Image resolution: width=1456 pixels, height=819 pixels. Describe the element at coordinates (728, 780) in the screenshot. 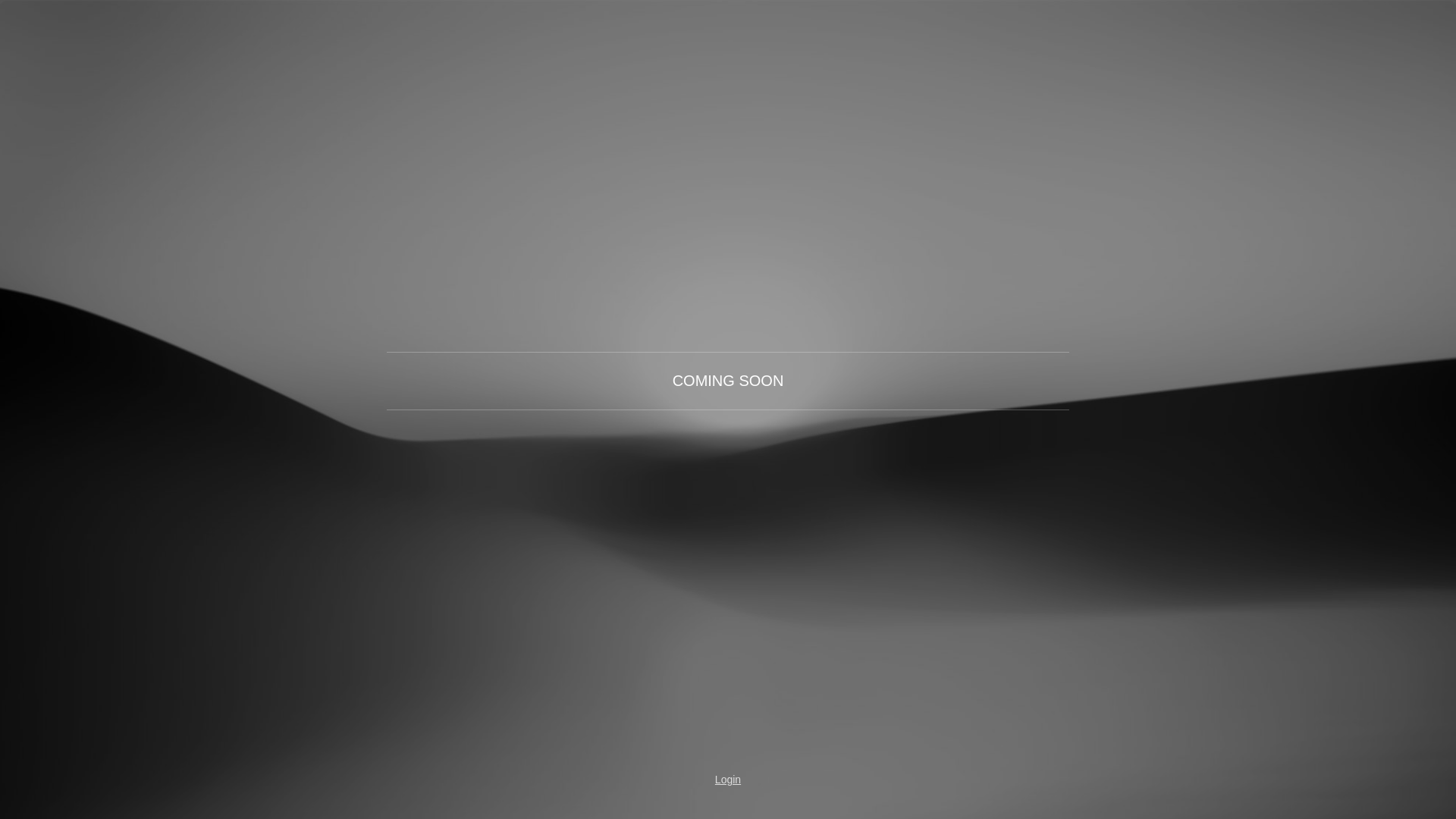

I see `'Login'` at that location.